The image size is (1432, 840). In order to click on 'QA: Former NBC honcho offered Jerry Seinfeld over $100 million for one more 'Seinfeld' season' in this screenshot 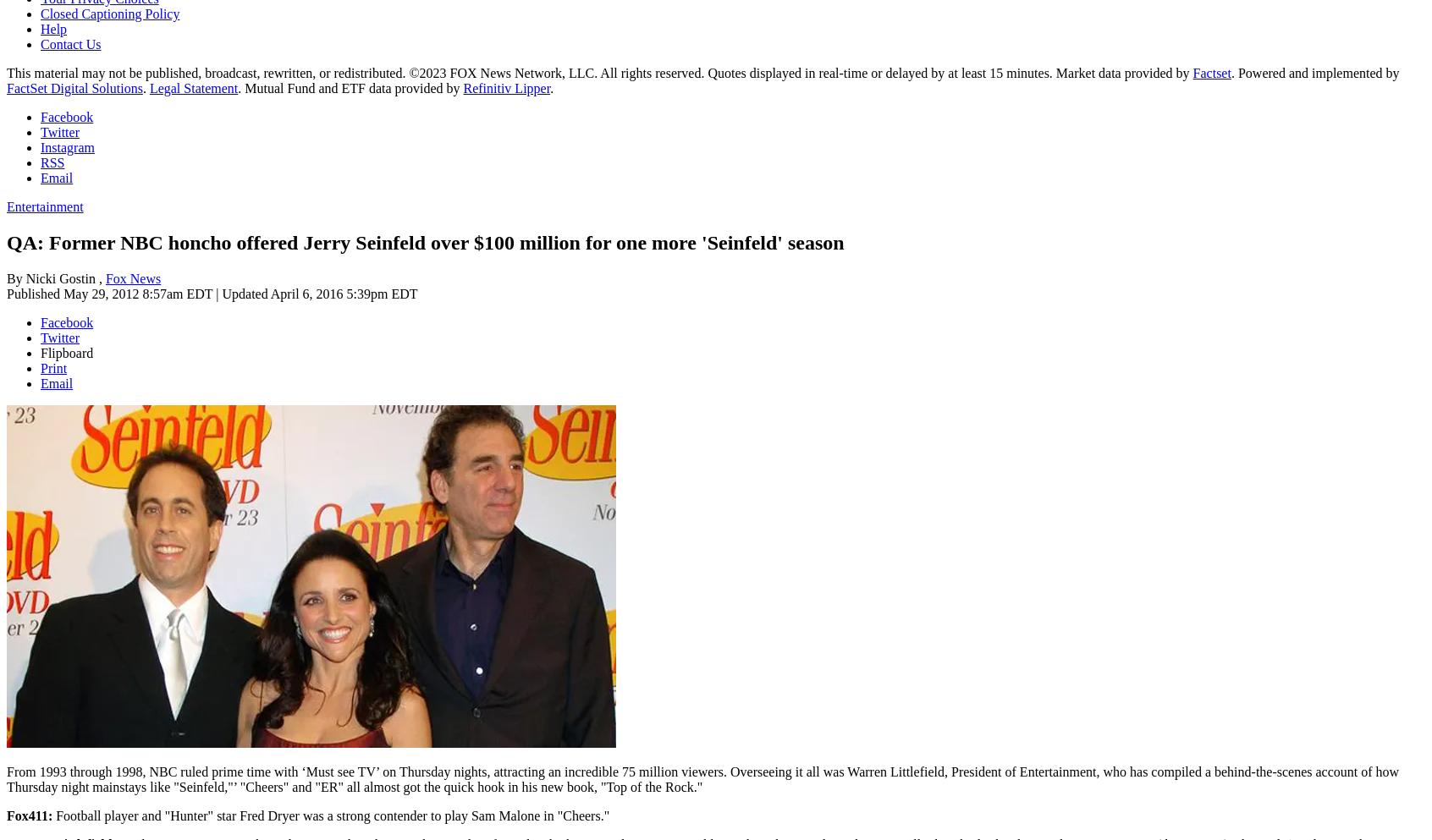, I will do `click(425, 241)`.